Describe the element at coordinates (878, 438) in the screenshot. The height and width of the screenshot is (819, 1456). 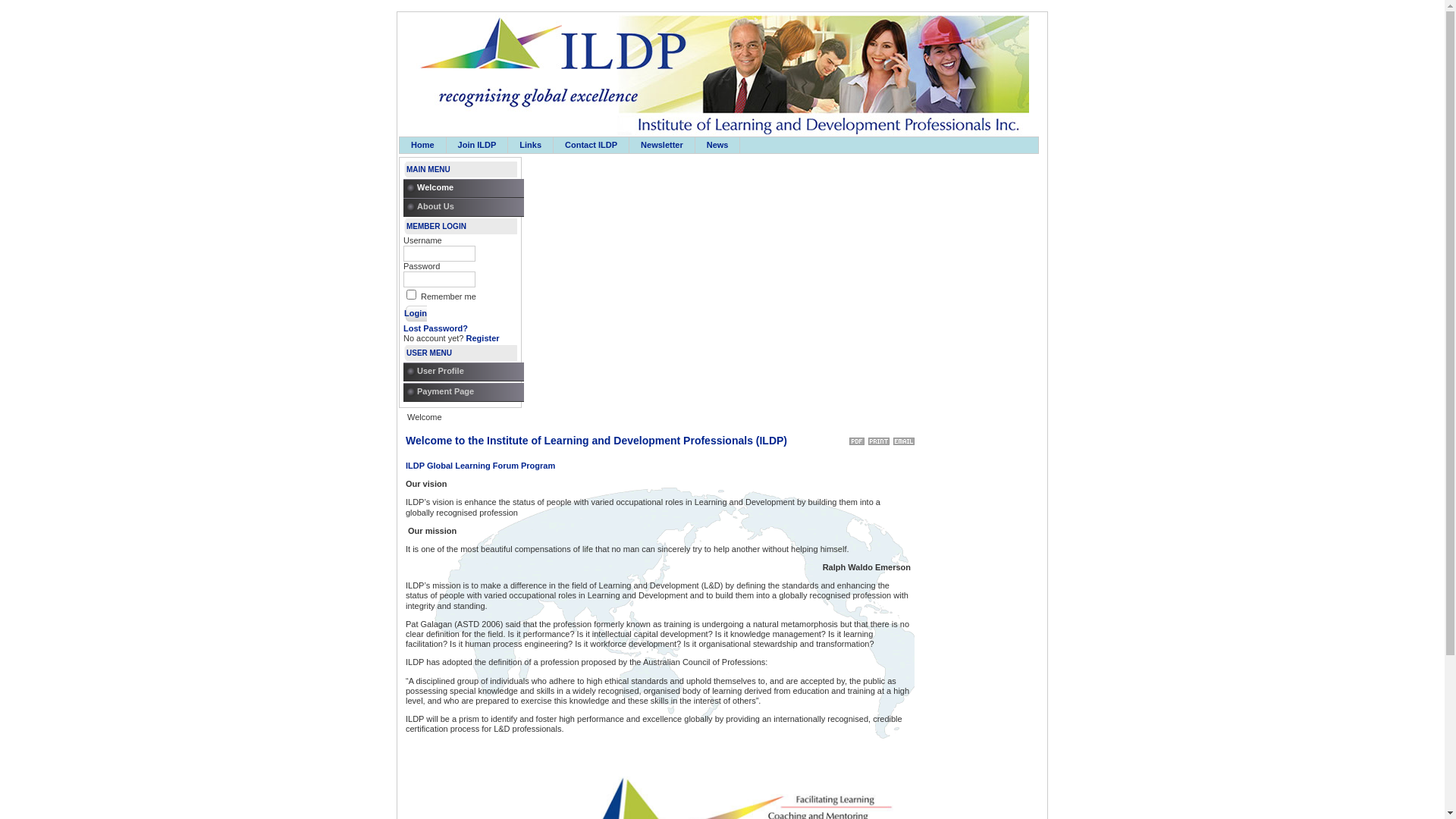
I see `'Print'` at that location.